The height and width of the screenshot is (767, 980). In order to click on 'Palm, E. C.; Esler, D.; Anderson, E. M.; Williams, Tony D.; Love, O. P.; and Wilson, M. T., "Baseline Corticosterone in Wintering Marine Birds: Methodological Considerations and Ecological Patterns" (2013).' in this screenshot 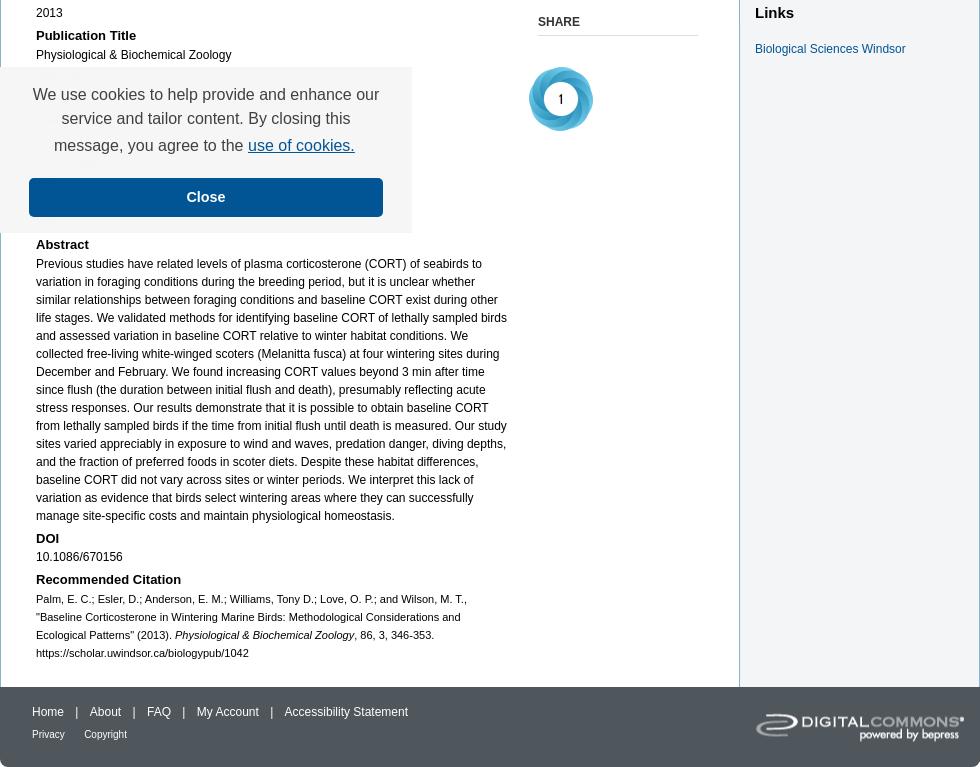, I will do `click(250, 615)`.